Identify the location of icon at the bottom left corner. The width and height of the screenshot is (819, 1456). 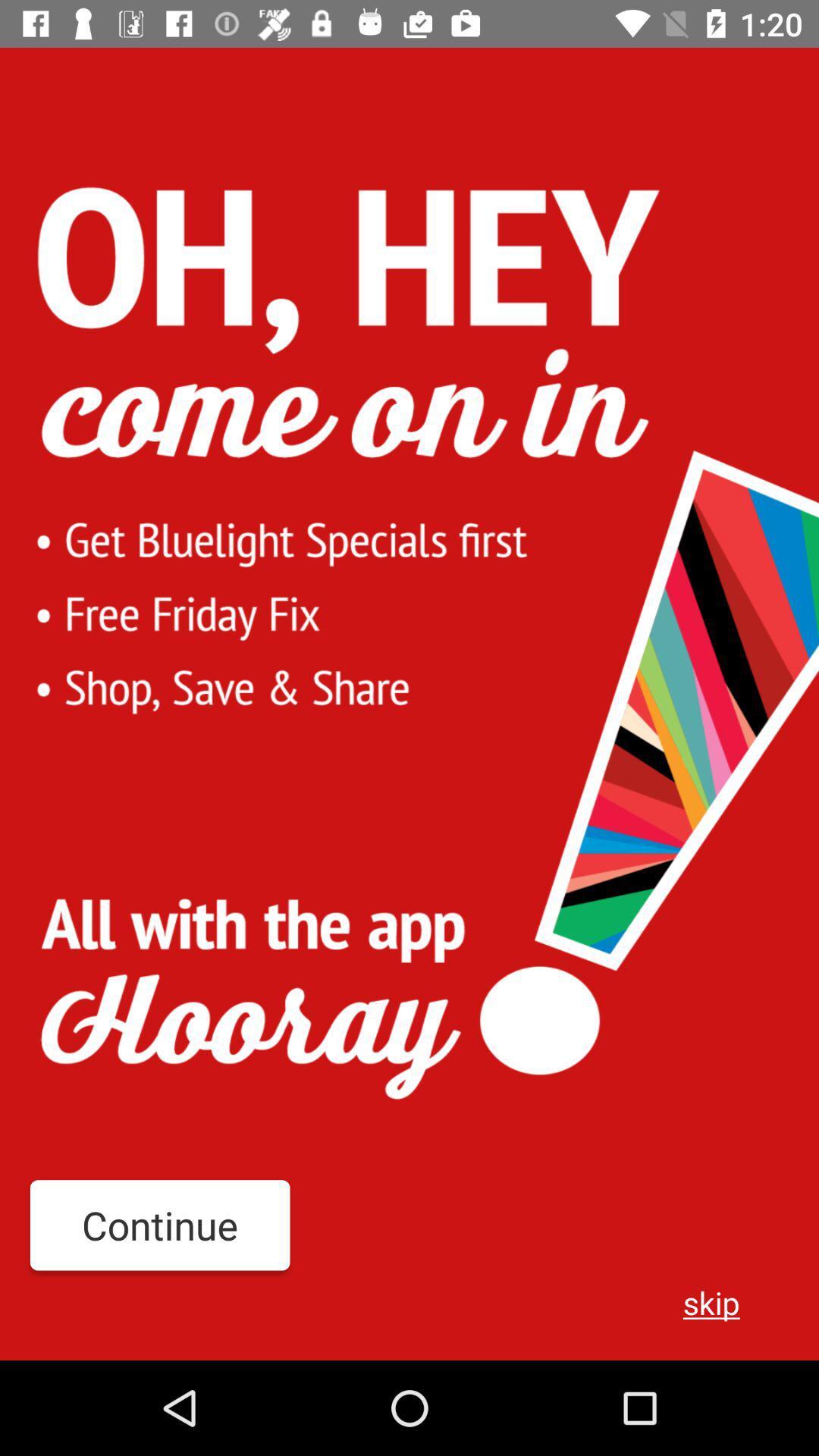
(160, 1225).